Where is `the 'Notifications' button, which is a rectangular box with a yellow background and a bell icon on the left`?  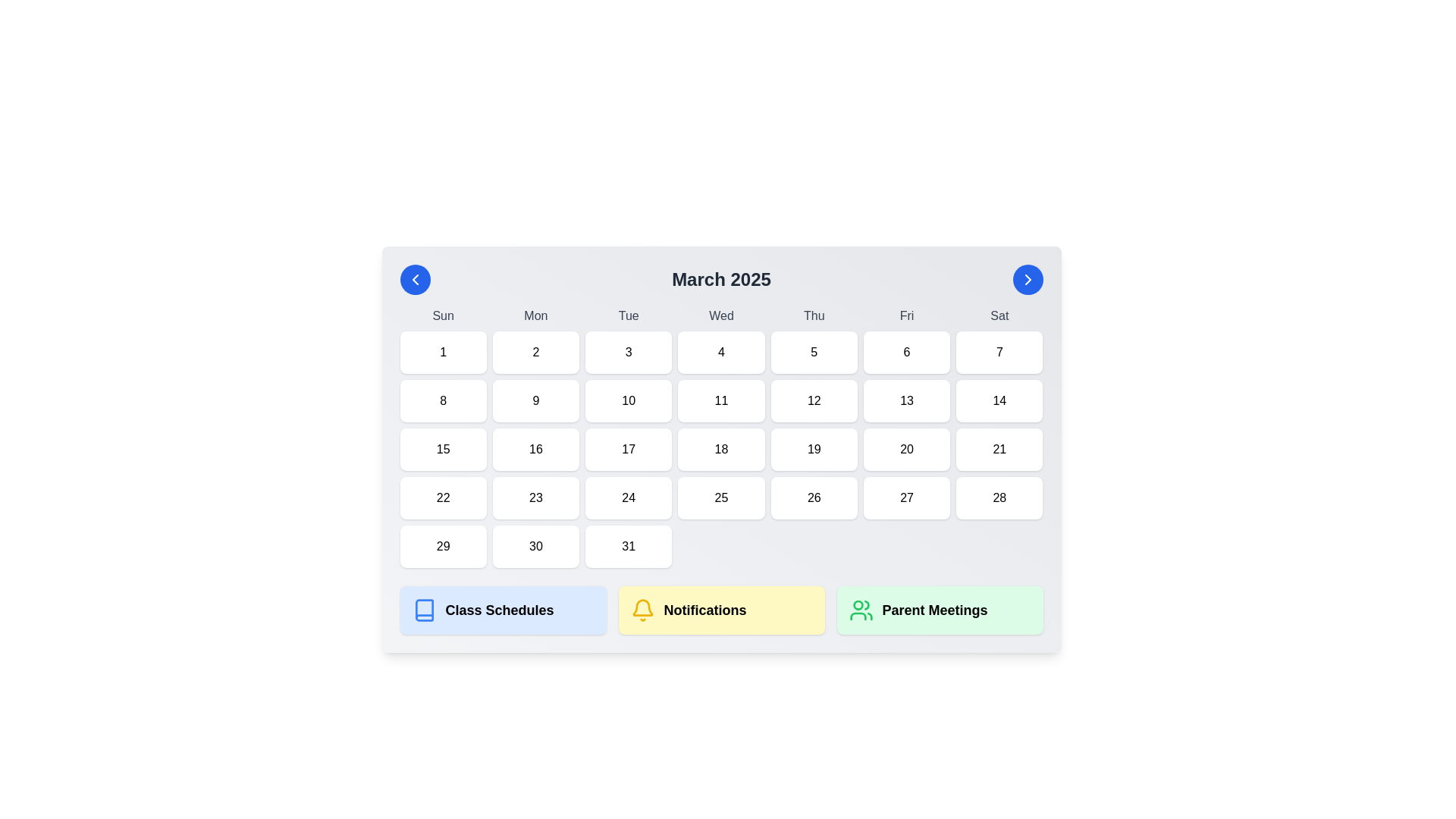 the 'Notifications' button, which is a rectangular box with a yellow background and a bell icon on the left is located at coordinates (720, 610).